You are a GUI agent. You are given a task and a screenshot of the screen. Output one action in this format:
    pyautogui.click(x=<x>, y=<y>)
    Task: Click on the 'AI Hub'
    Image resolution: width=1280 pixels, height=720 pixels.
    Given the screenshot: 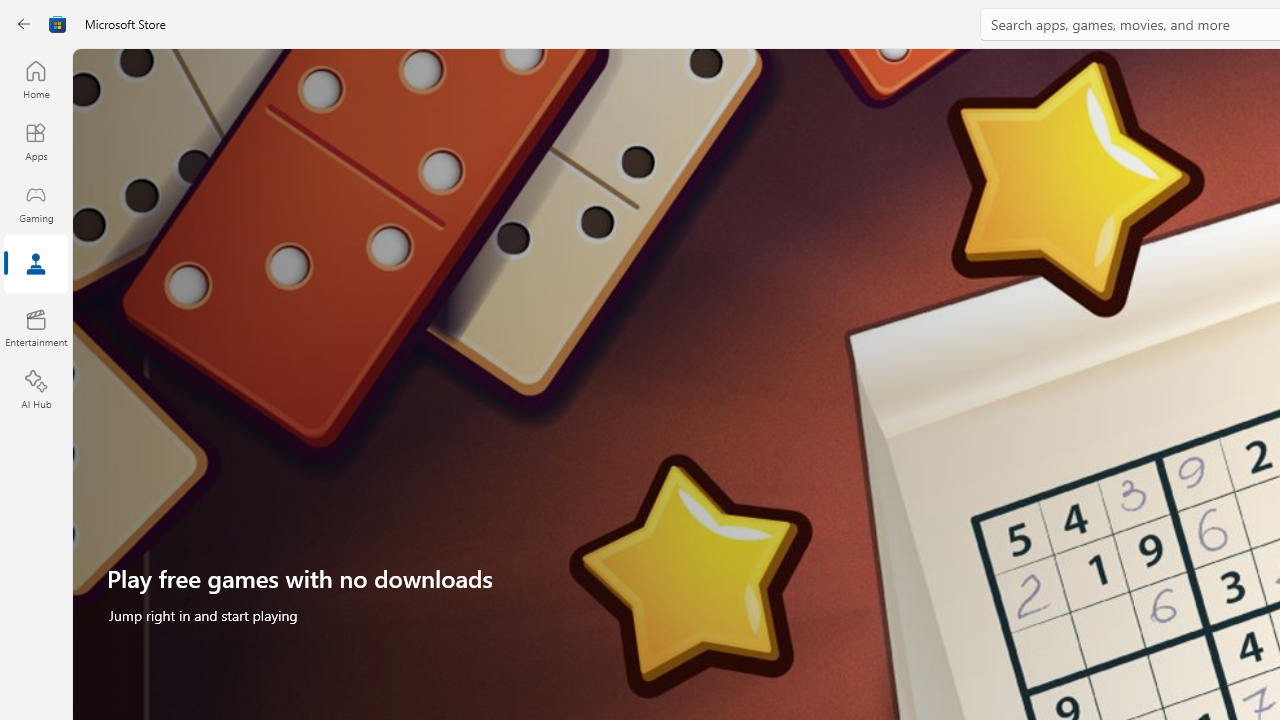 What is the action you would take?
    pyautogui.click(x=35, y=390)
    